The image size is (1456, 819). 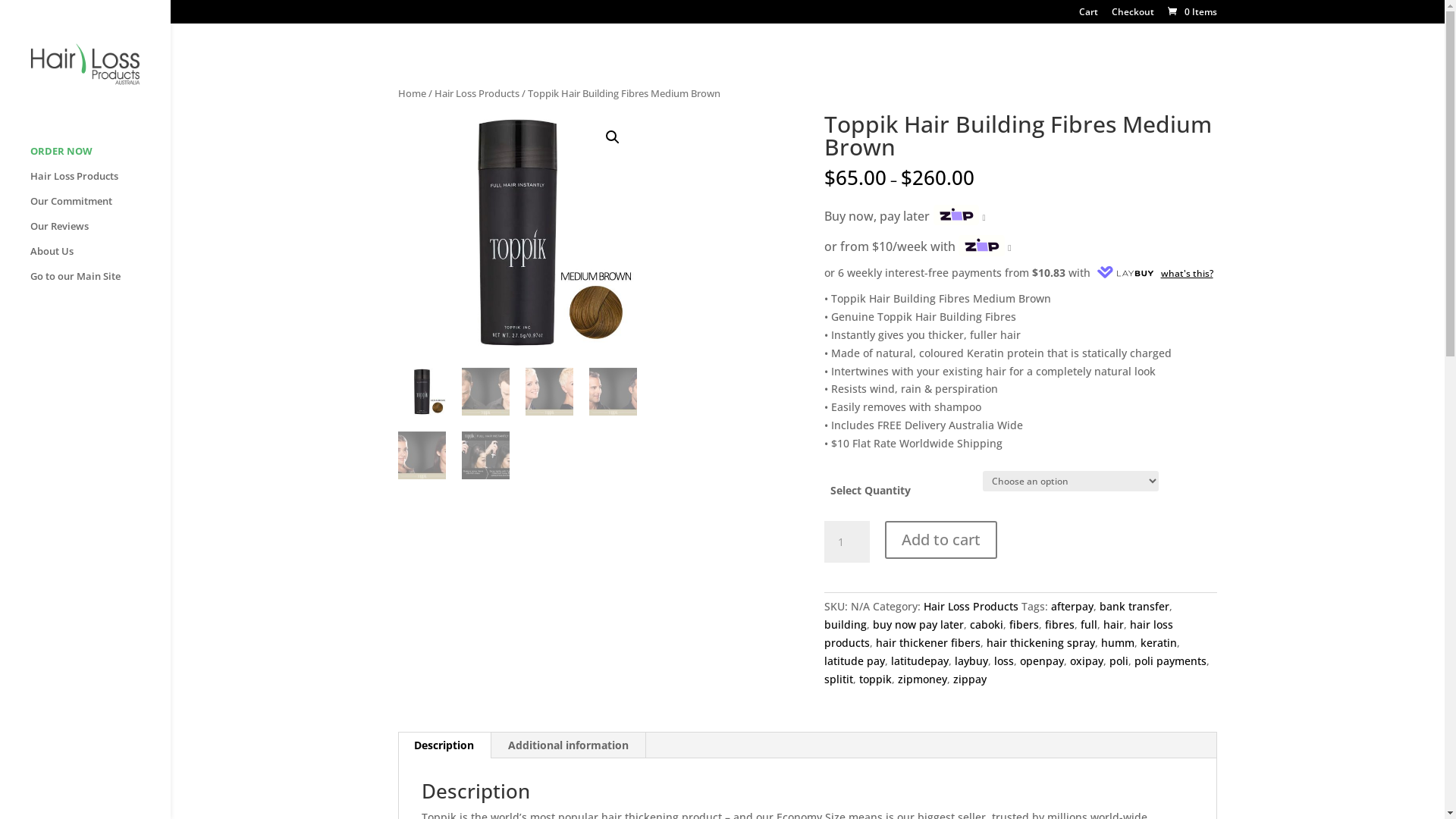 What do you see at coordinates (875, 678) in the screenshot?
I see `'toppik'` at bounding box center [875, 678].